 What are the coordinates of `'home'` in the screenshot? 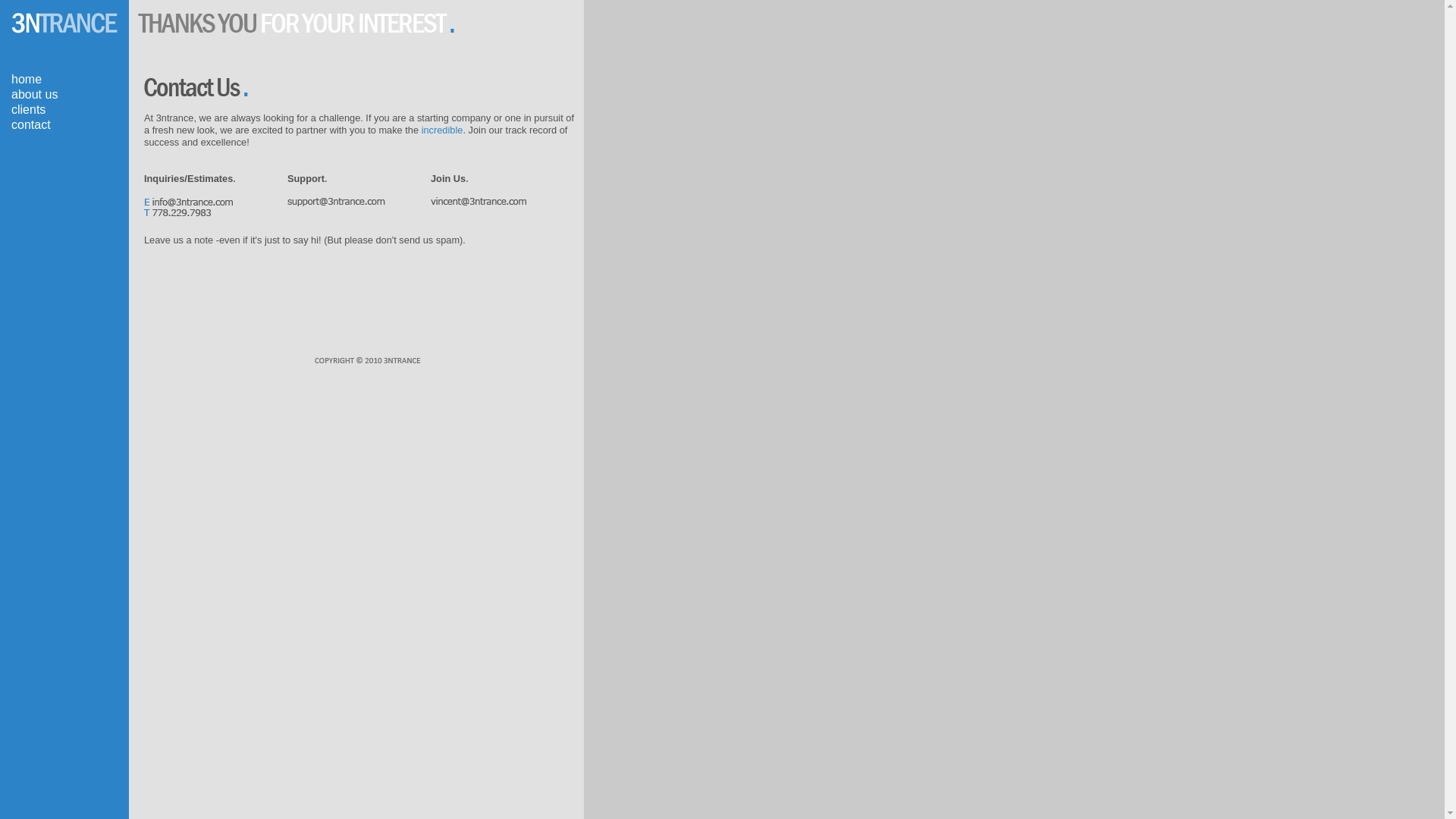 It's located at (11, 79).